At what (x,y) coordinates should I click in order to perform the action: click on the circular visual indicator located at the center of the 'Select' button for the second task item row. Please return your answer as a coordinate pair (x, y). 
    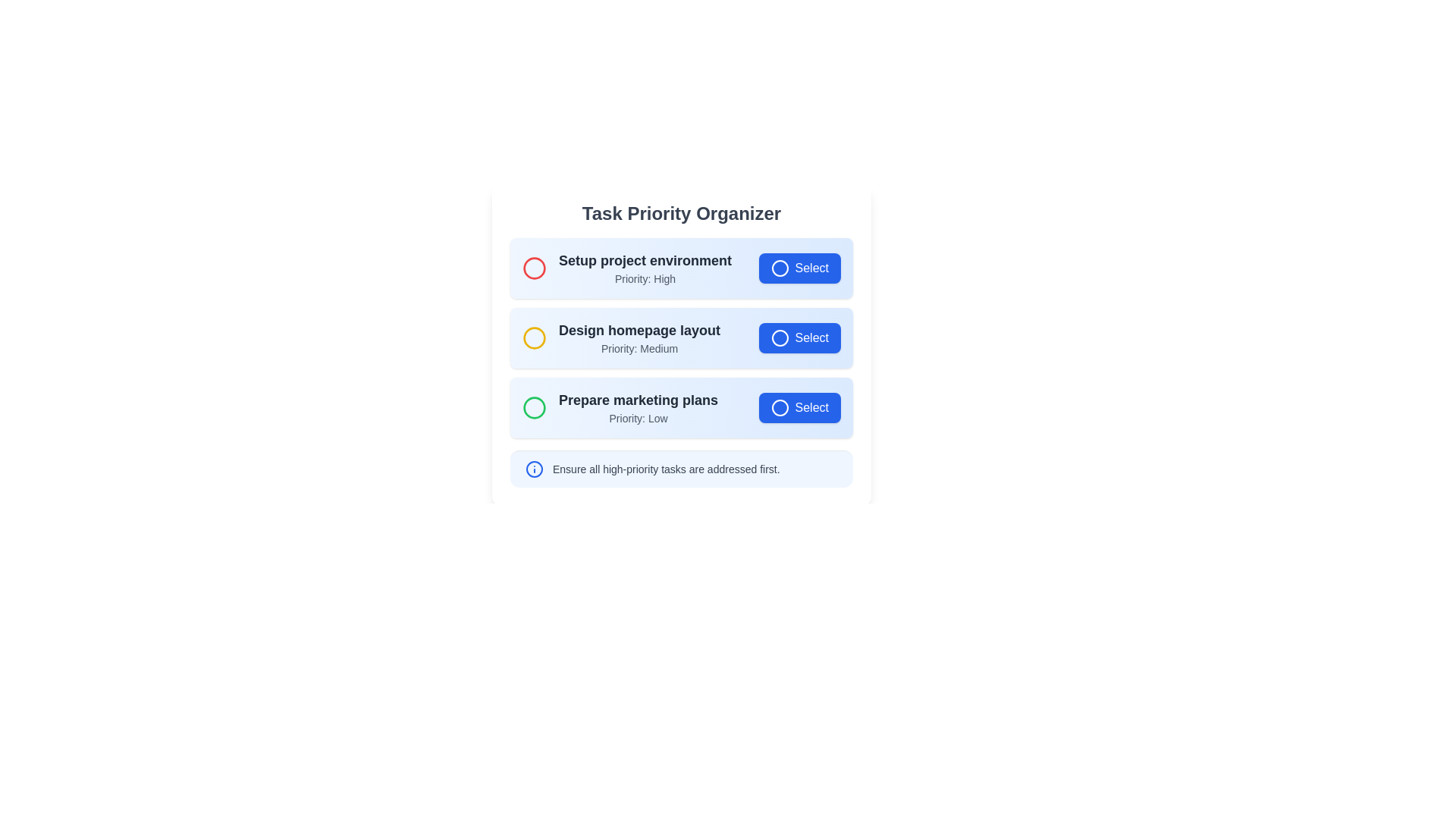
    Looking at the image, I should click on (780, 337).